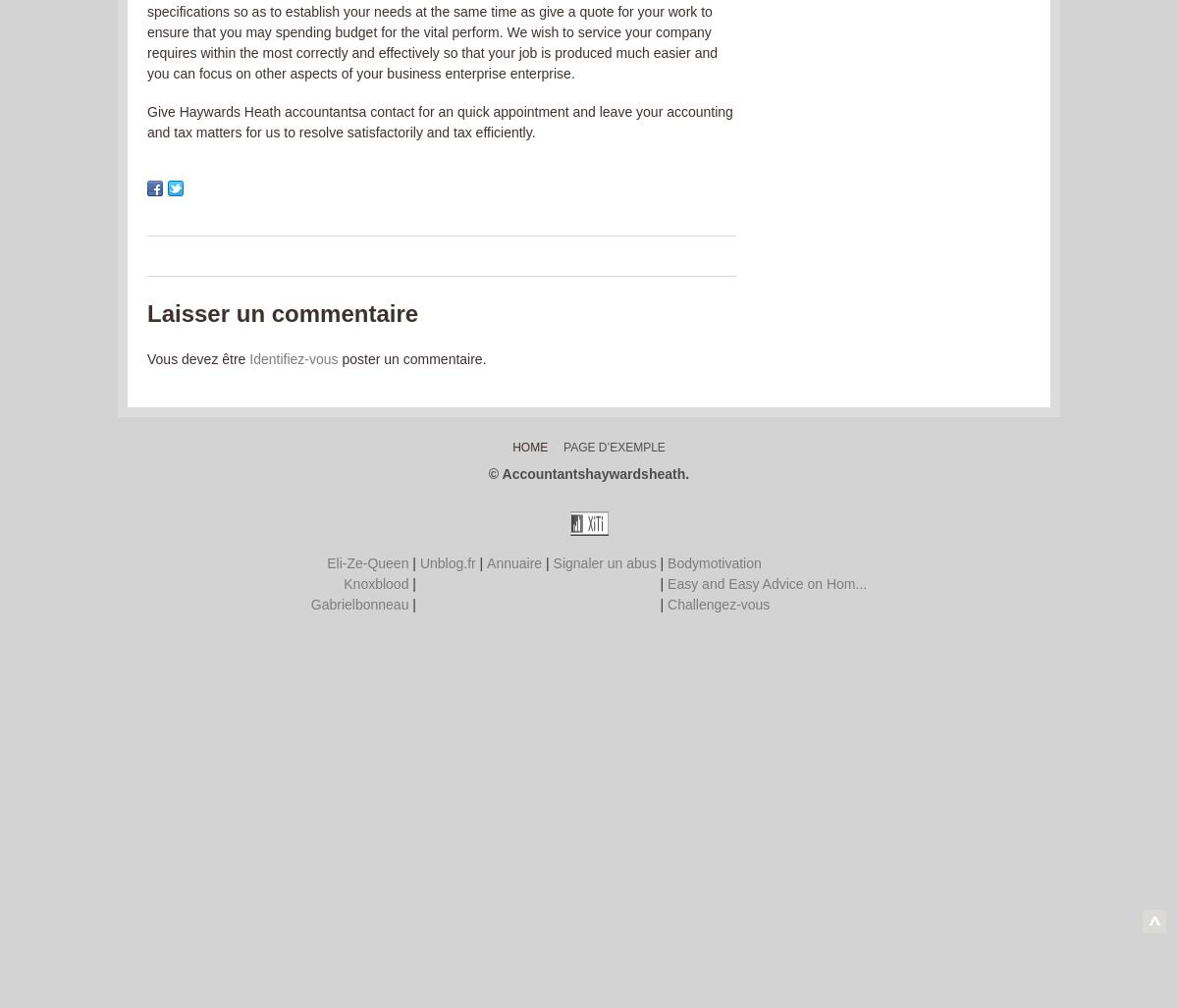  Describe the element at coordinates (196, 359) in the screenshot. I see `'Vous devez être'` at that location.